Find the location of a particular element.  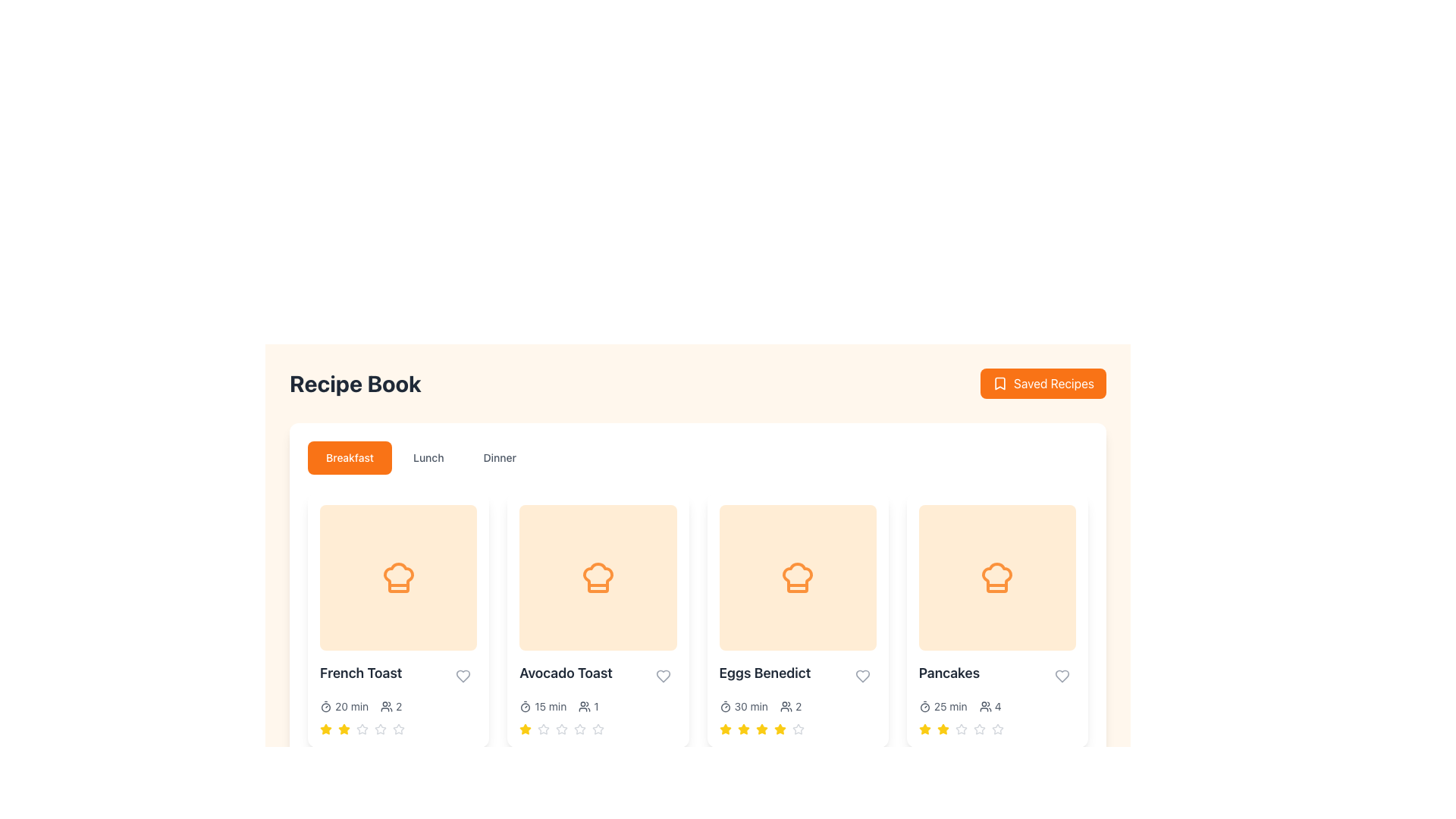

the title text label of the recipe displayed in the third card within the 'Breakfast' section of the 'Recipe Book' interface, which is located under the orange chef icon and above the description bar stating '30 min, 2' is located at coordinates (797, 675).